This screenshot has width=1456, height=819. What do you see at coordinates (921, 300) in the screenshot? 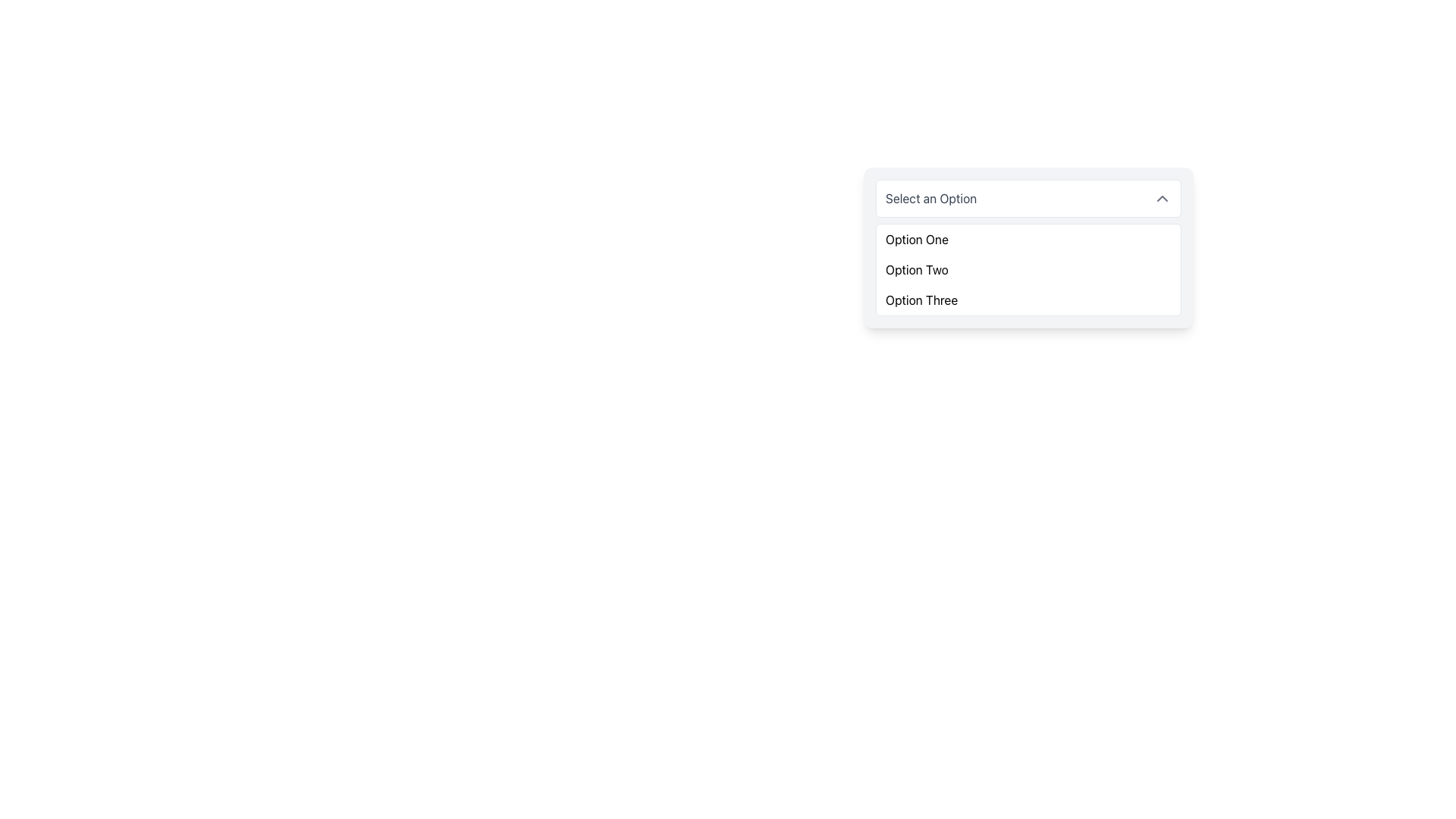
I see `the 'Option Three' in the dropdown list to provide visual indication of selection` at bounding box center [921, 300].